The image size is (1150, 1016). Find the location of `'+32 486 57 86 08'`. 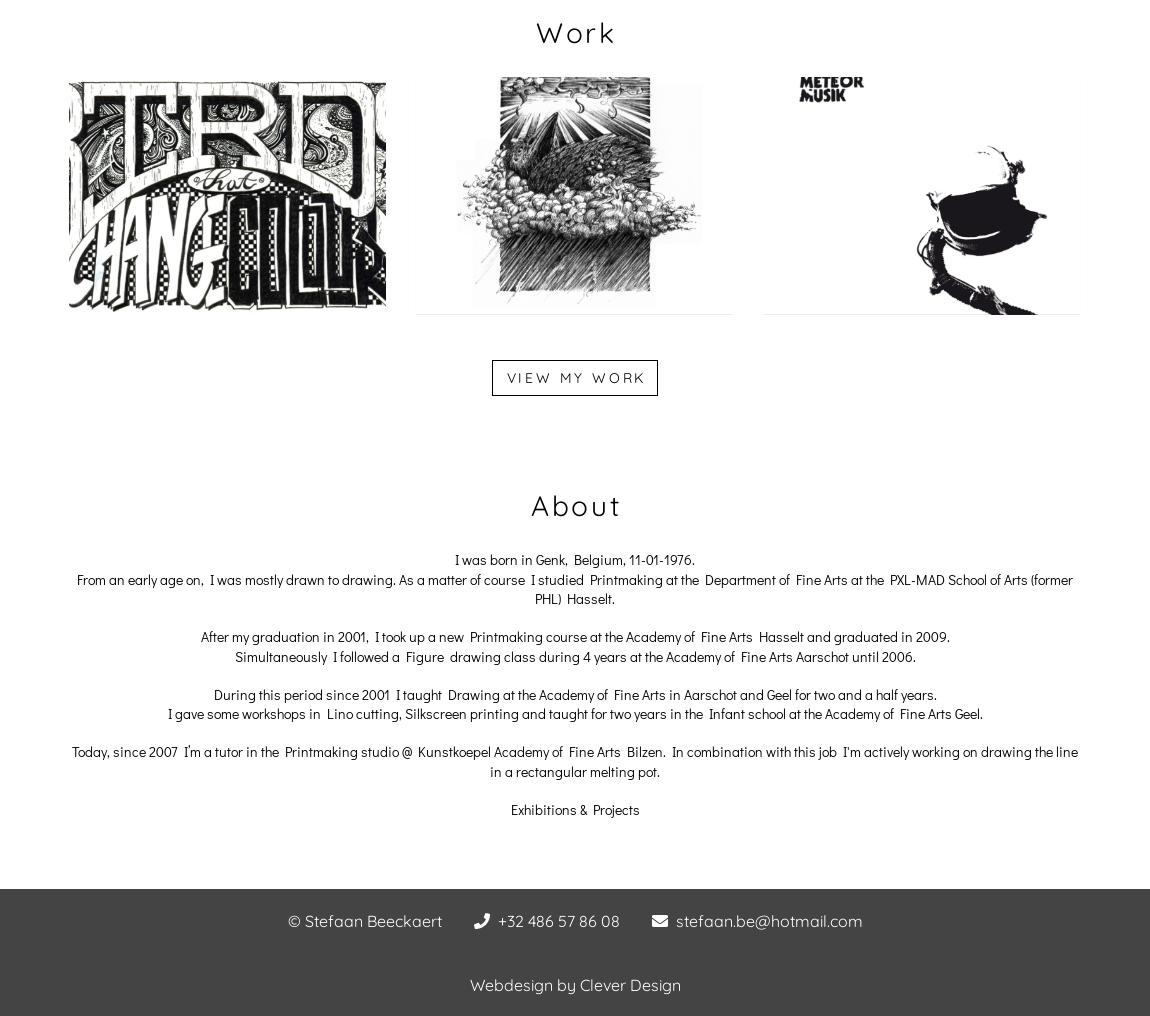

'+32 486 57 86 08' is located at coordinates (497, 920).